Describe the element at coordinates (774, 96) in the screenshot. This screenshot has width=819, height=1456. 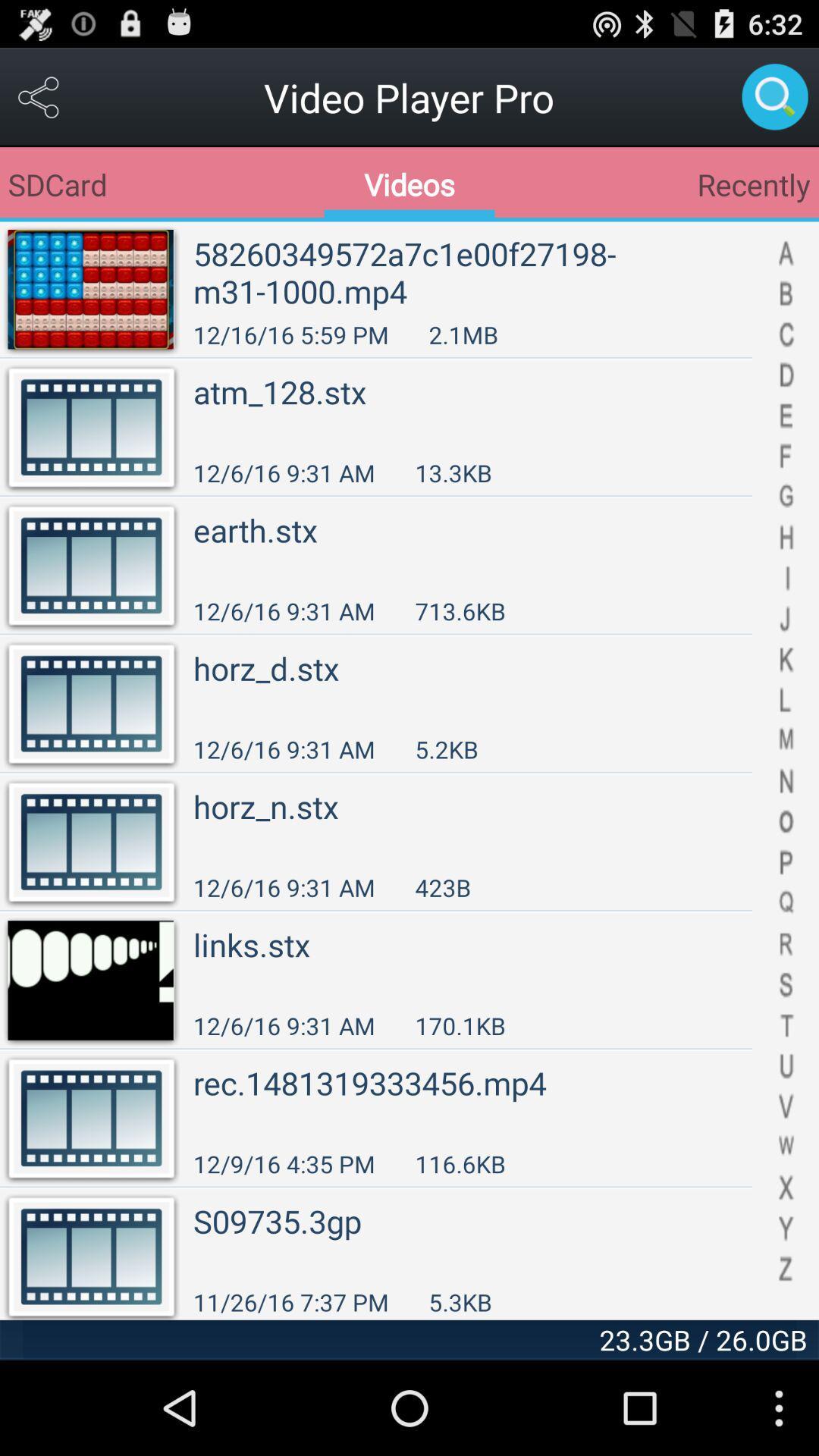
I see `open search` at that location.